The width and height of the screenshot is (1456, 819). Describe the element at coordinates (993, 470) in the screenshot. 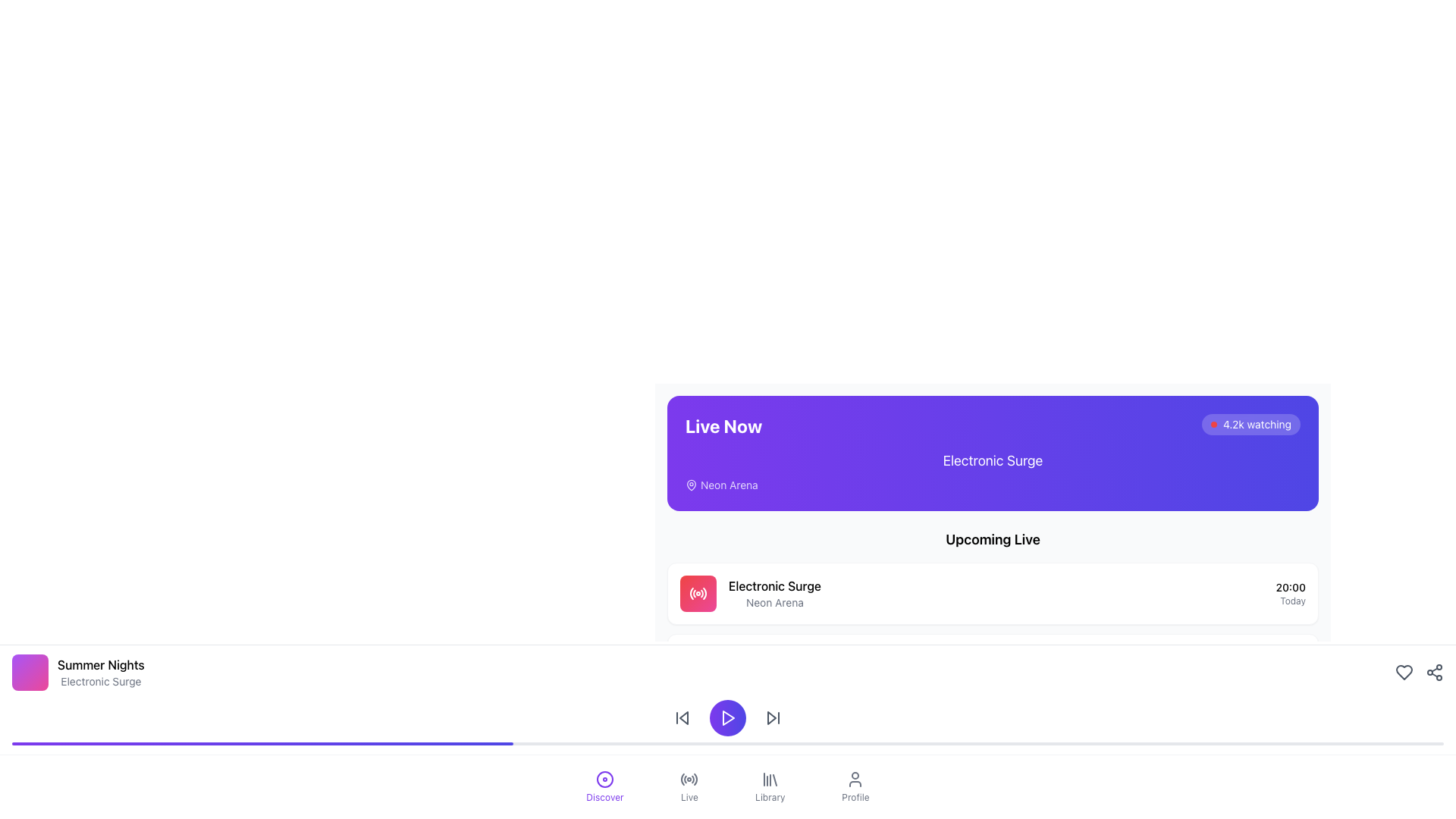

I see `the Text block displaying the name of a live event and its associated venue, which is centrally positioned beneath the 'Live Now' header and aligned with the '4.2k watching' text on the right` at that location.